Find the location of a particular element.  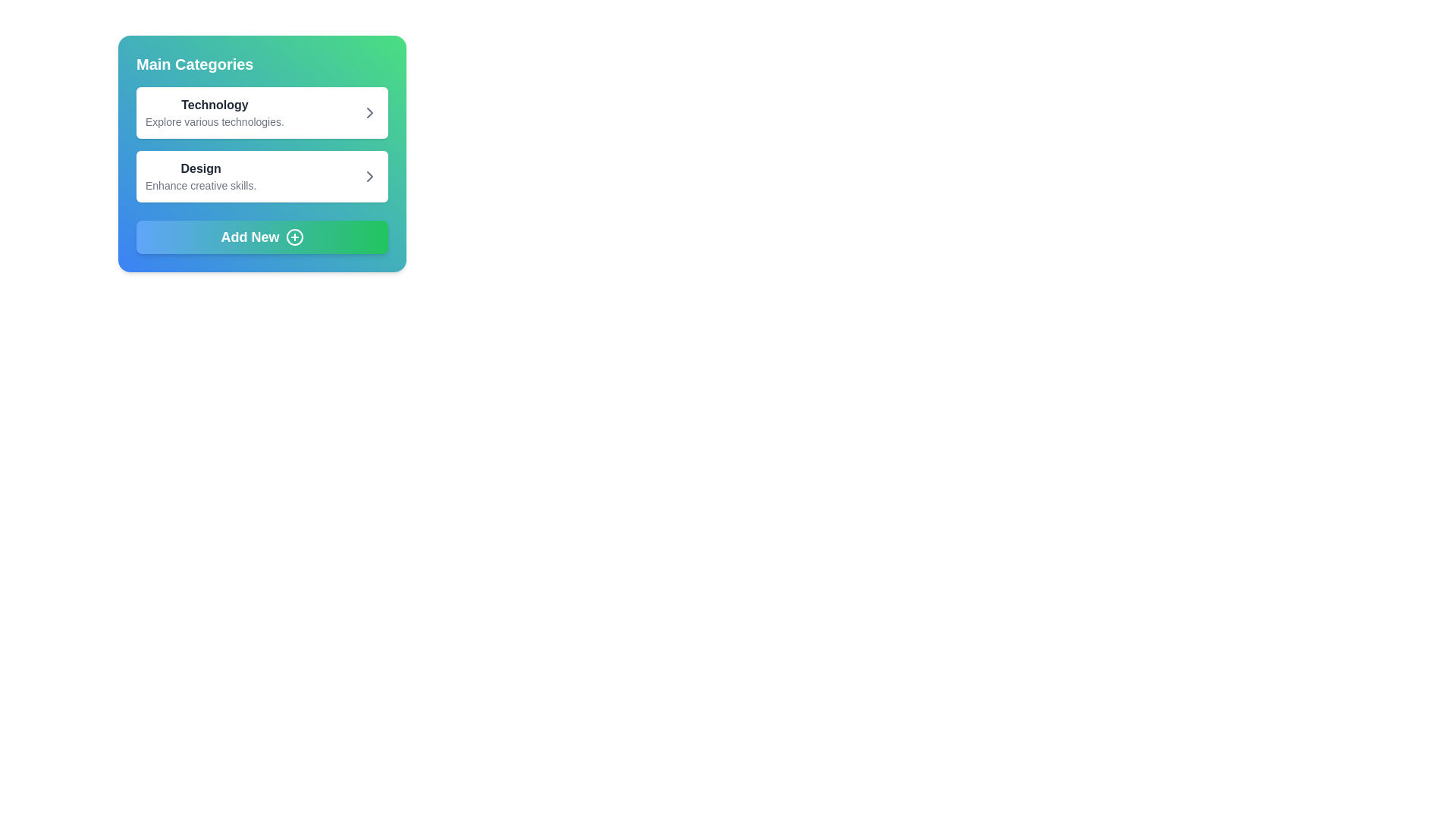

the gray-stroke Chevron icon located in the top-right corner of the 'Technology' card for visual feedback is located at coordinates (370, 112).